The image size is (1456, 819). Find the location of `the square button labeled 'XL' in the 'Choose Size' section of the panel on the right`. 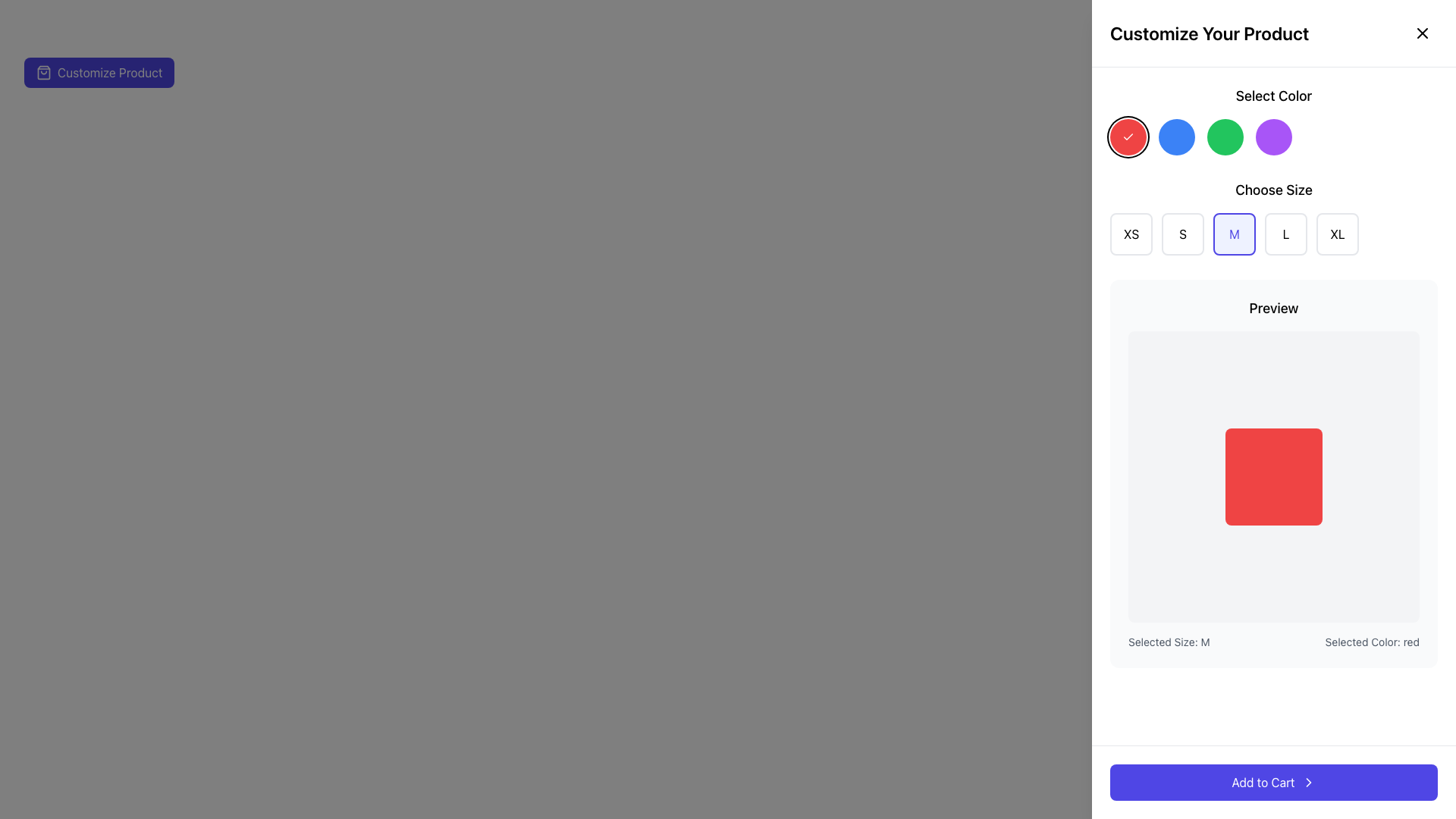

the square button labeled 'XL' in the 'Choose Size' section of the panel on the right is located at coordinates (1337, 234).